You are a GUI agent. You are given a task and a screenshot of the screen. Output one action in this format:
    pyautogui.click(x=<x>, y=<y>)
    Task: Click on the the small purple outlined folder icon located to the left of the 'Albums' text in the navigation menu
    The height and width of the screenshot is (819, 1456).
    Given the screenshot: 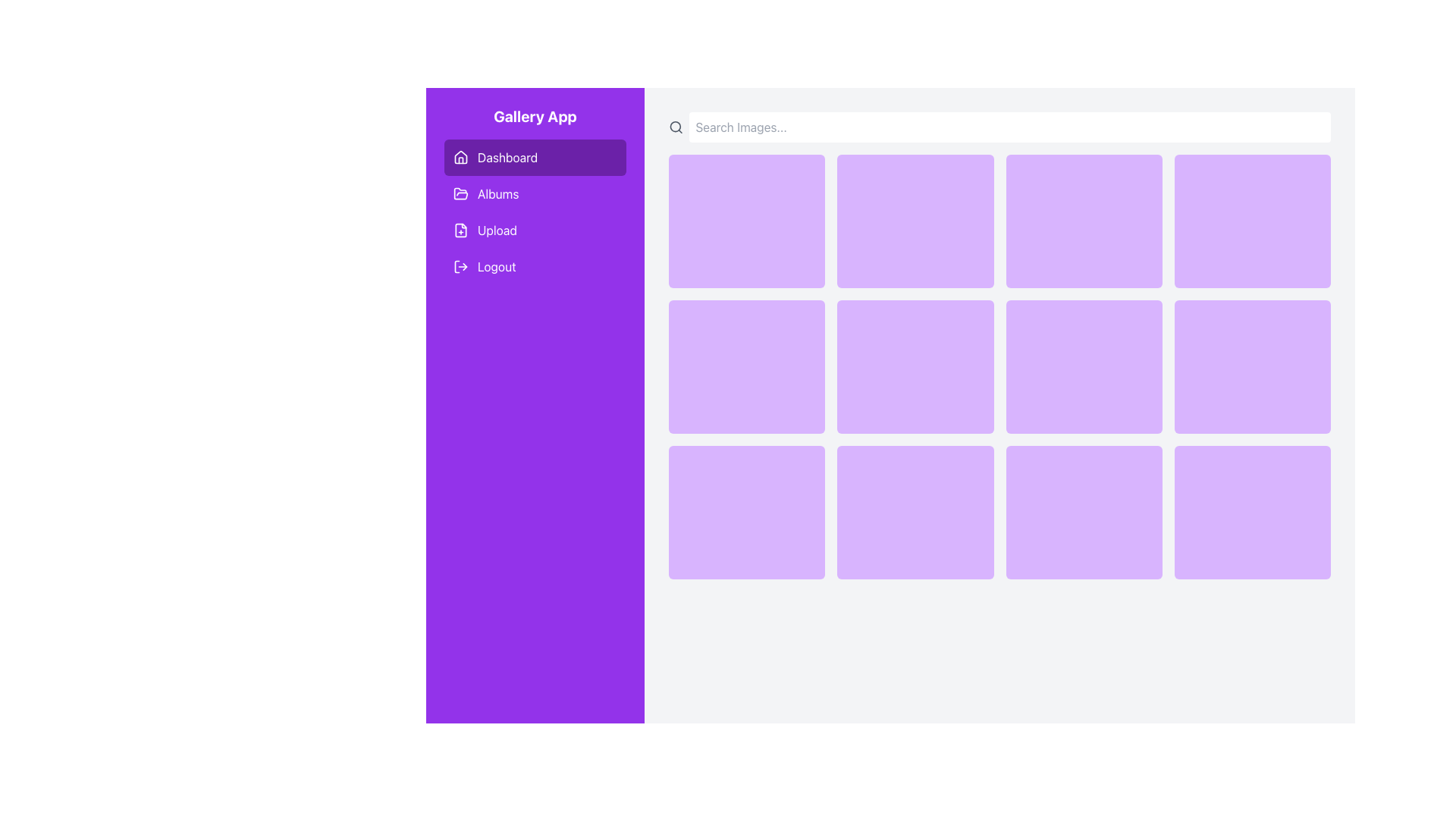 What is the action you would take?
    pyautogui.click(x=460, y=193)
    